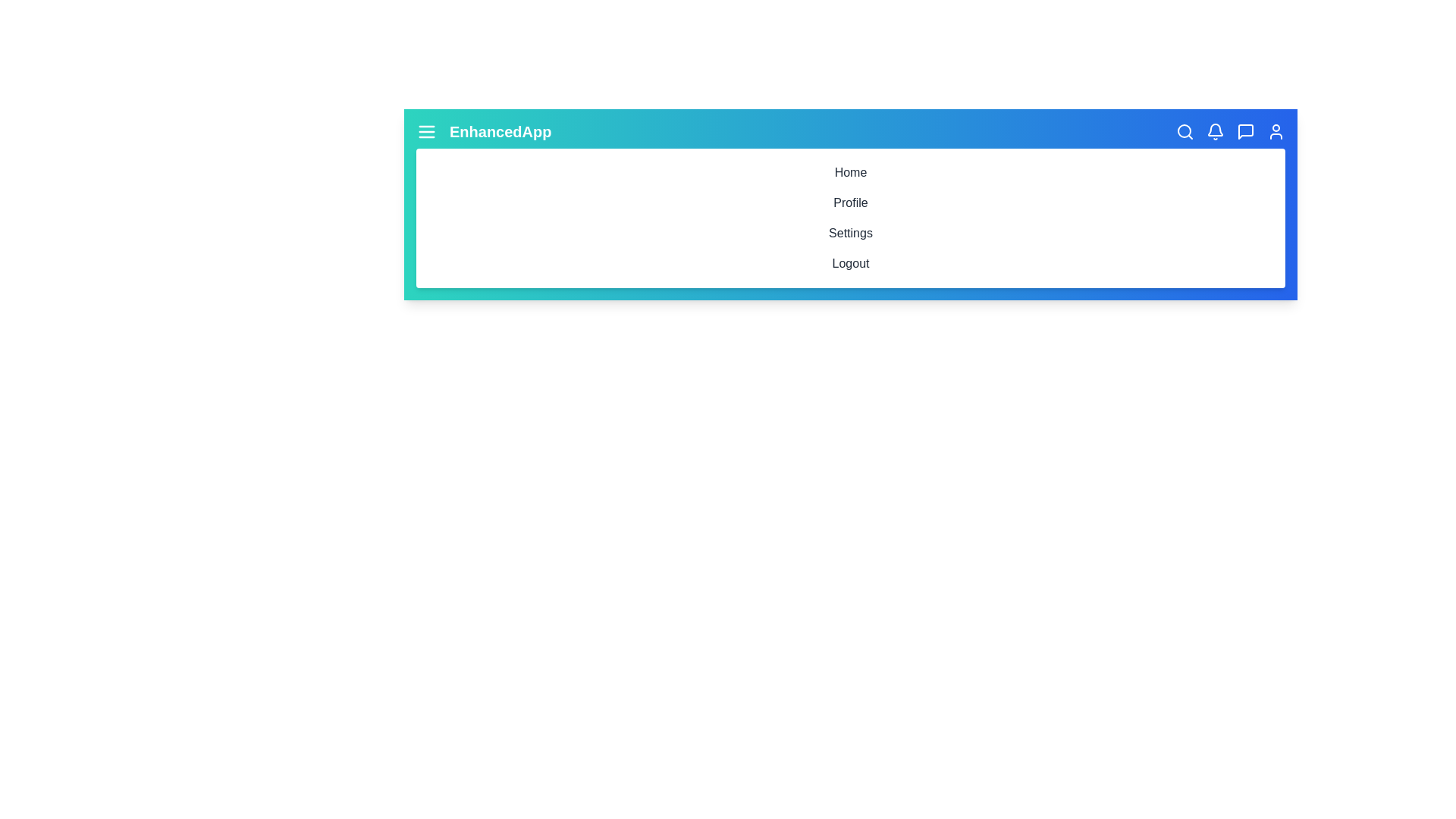 The width and height of the screenshot is (1456, 819). Describe the element at coordinates (851, 202) in the screenshot. I see `the navigation item Profile in the menu` at that location.